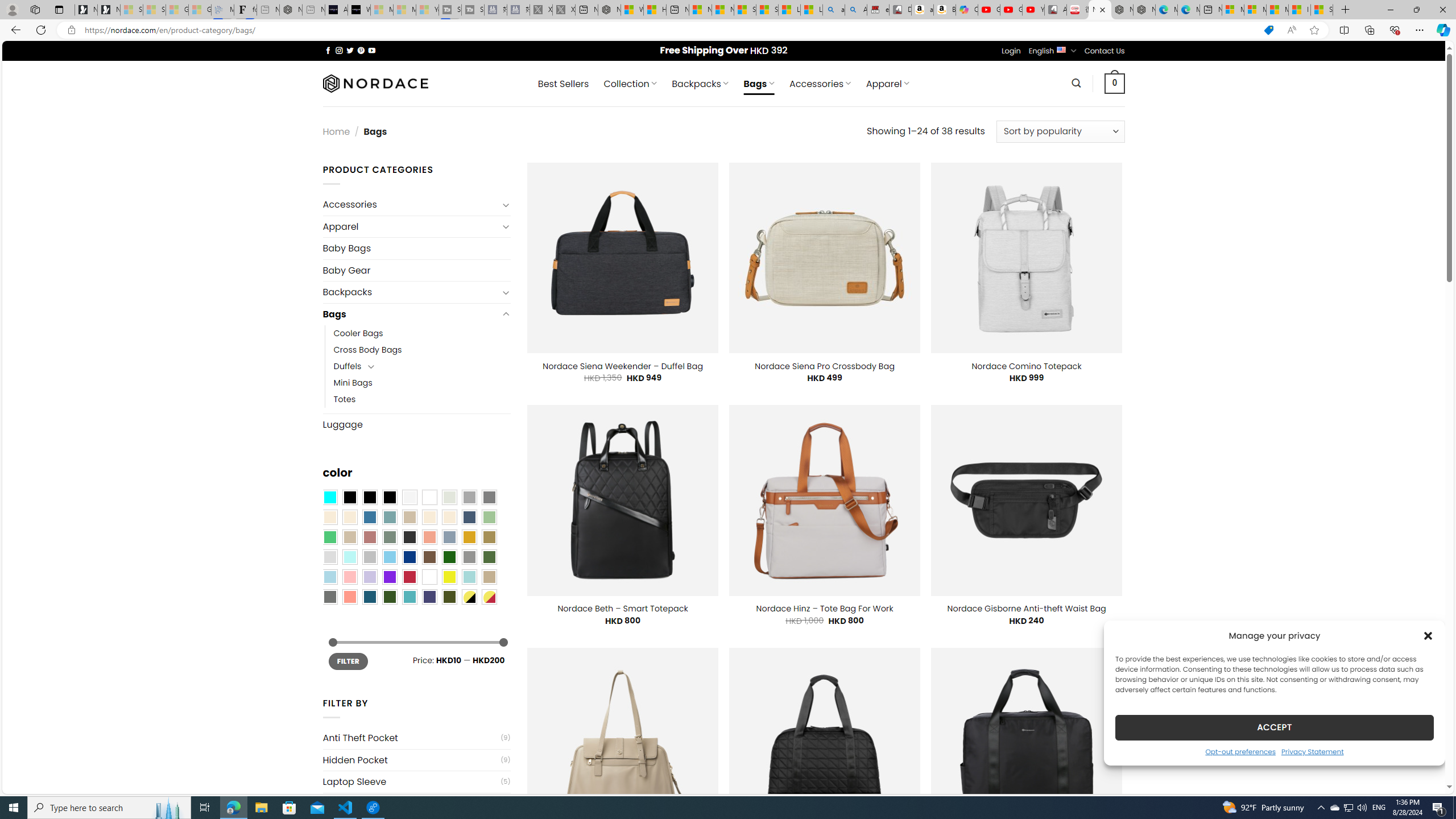  What do you see at coordinates (369, 517) in the screenshot?
I see `'Blue'` at bounding box center [369, 517].